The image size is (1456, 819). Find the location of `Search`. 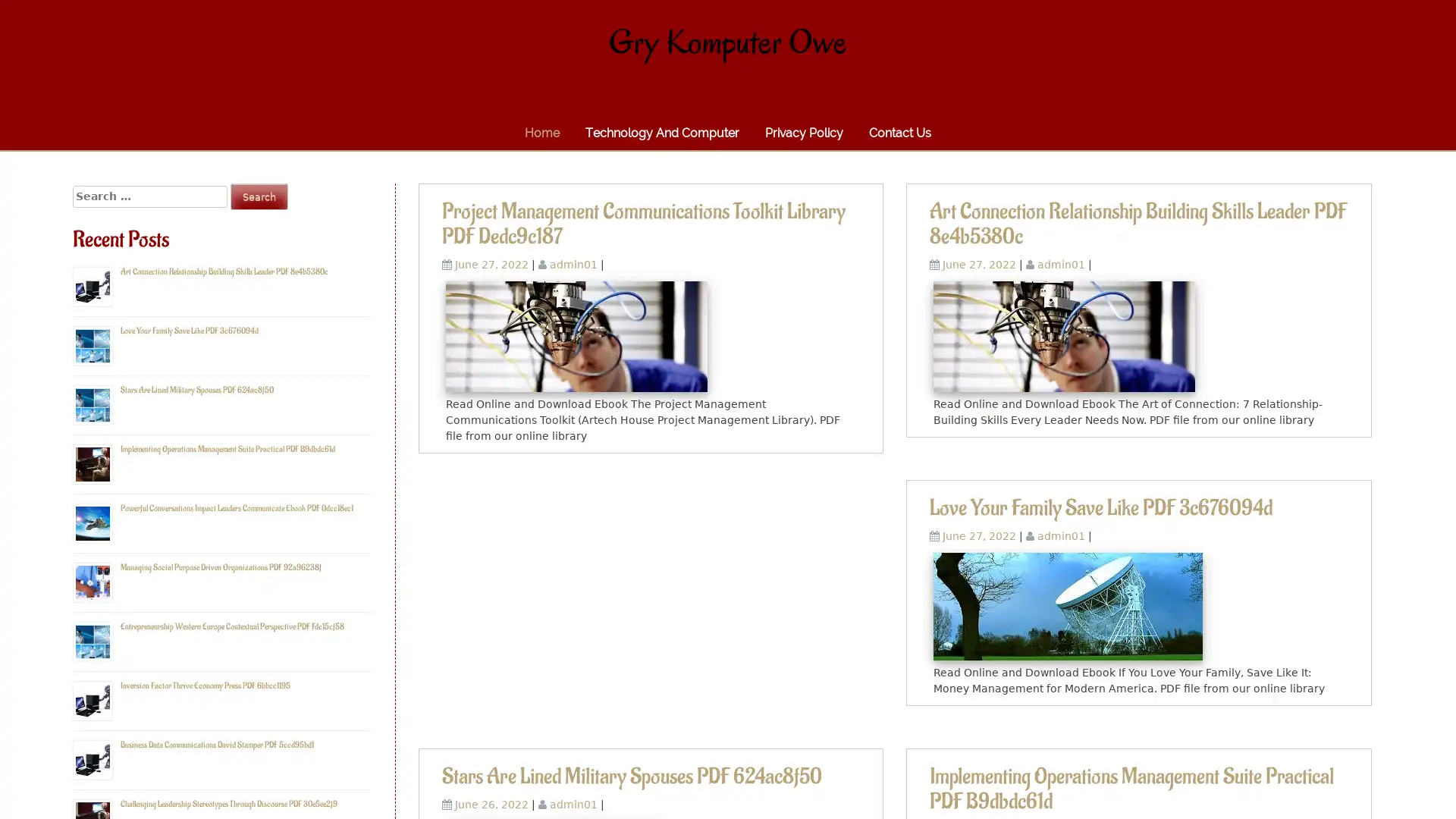

Search is located at coordinates (259, 196).